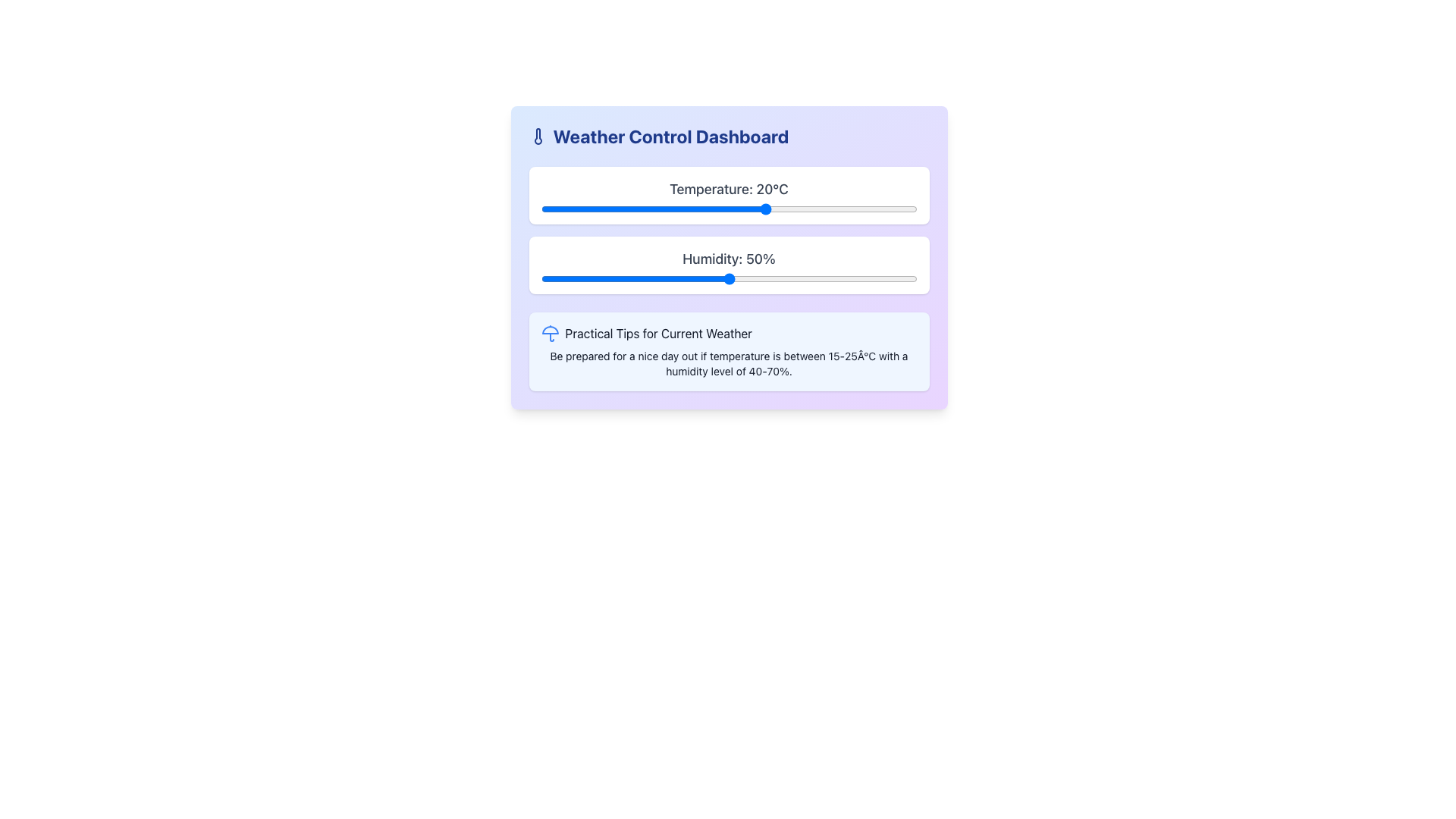 This screenshot has width=1456, height=819. I want to click on the interactive slider to adjust the temperature value displayed as 20°C, which is located in the first section above the humidity label, so click(729, 195).